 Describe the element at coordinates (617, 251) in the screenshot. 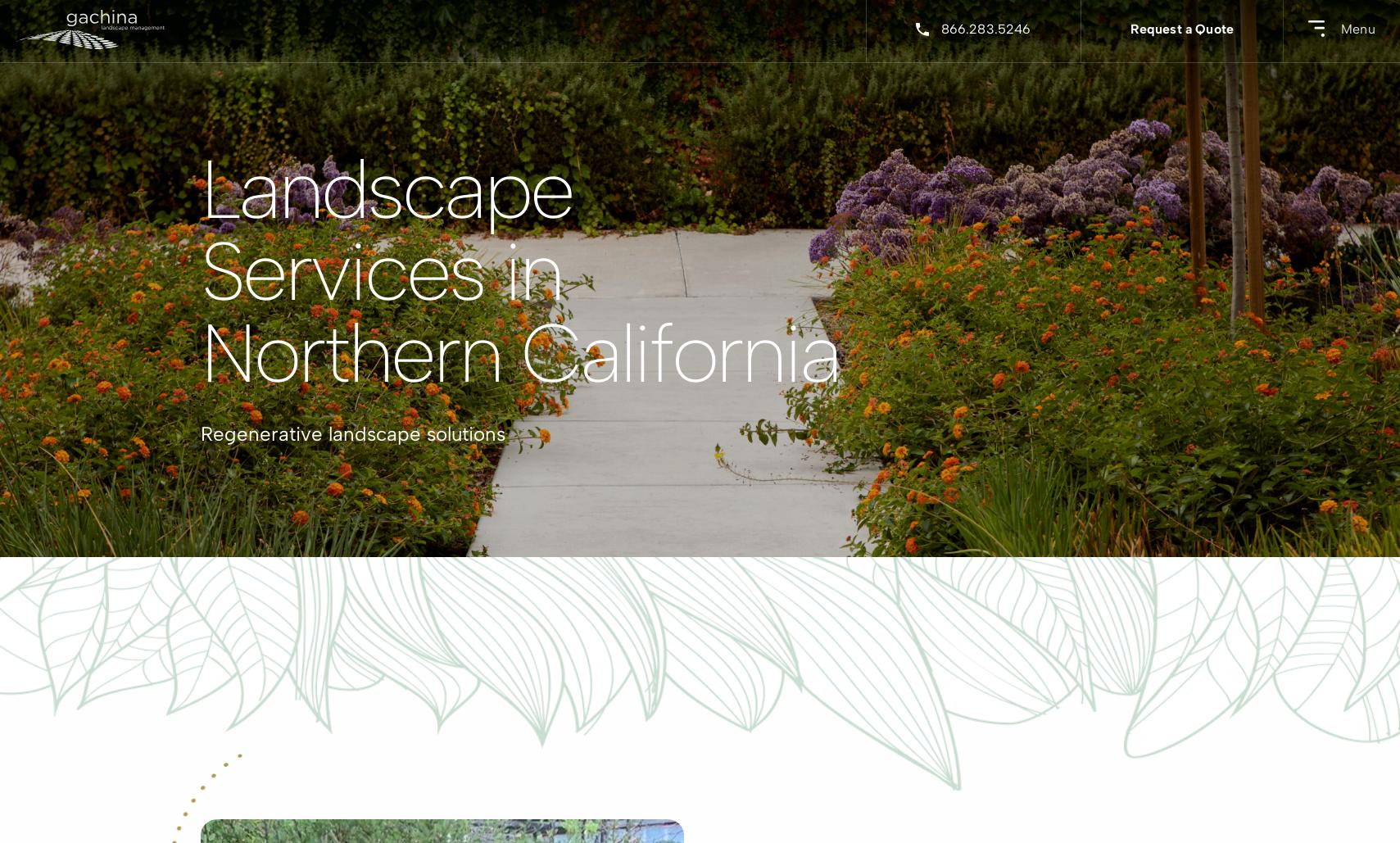

I see `'Blog'` at that location.